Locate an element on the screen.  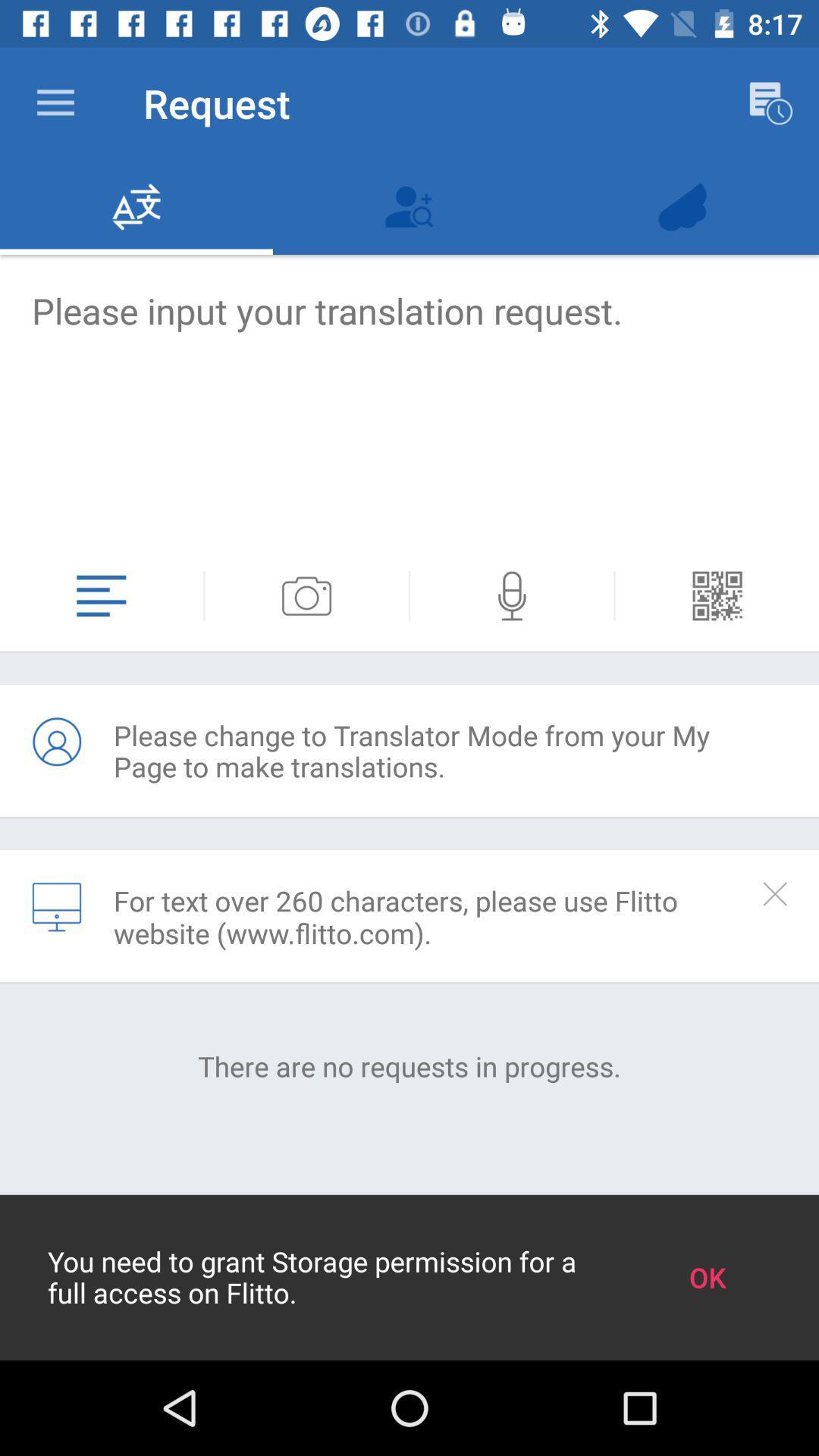
attach photo is located at coordinates (306, 595).